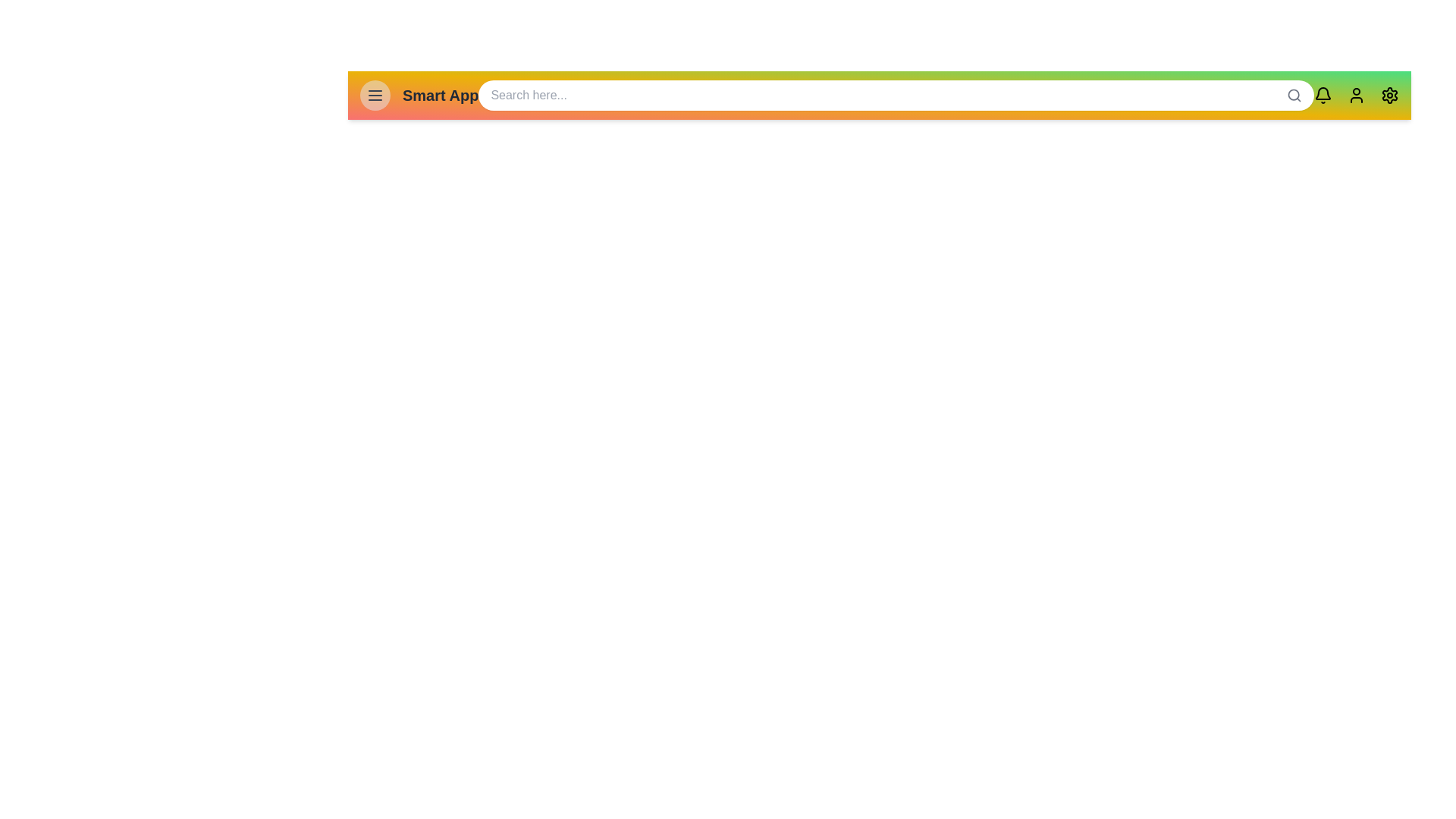  What do you see at coordinates (375, 96) in the screenshot?
I see `the menu button to open the navigation menu` at bounding box center [375, 96].